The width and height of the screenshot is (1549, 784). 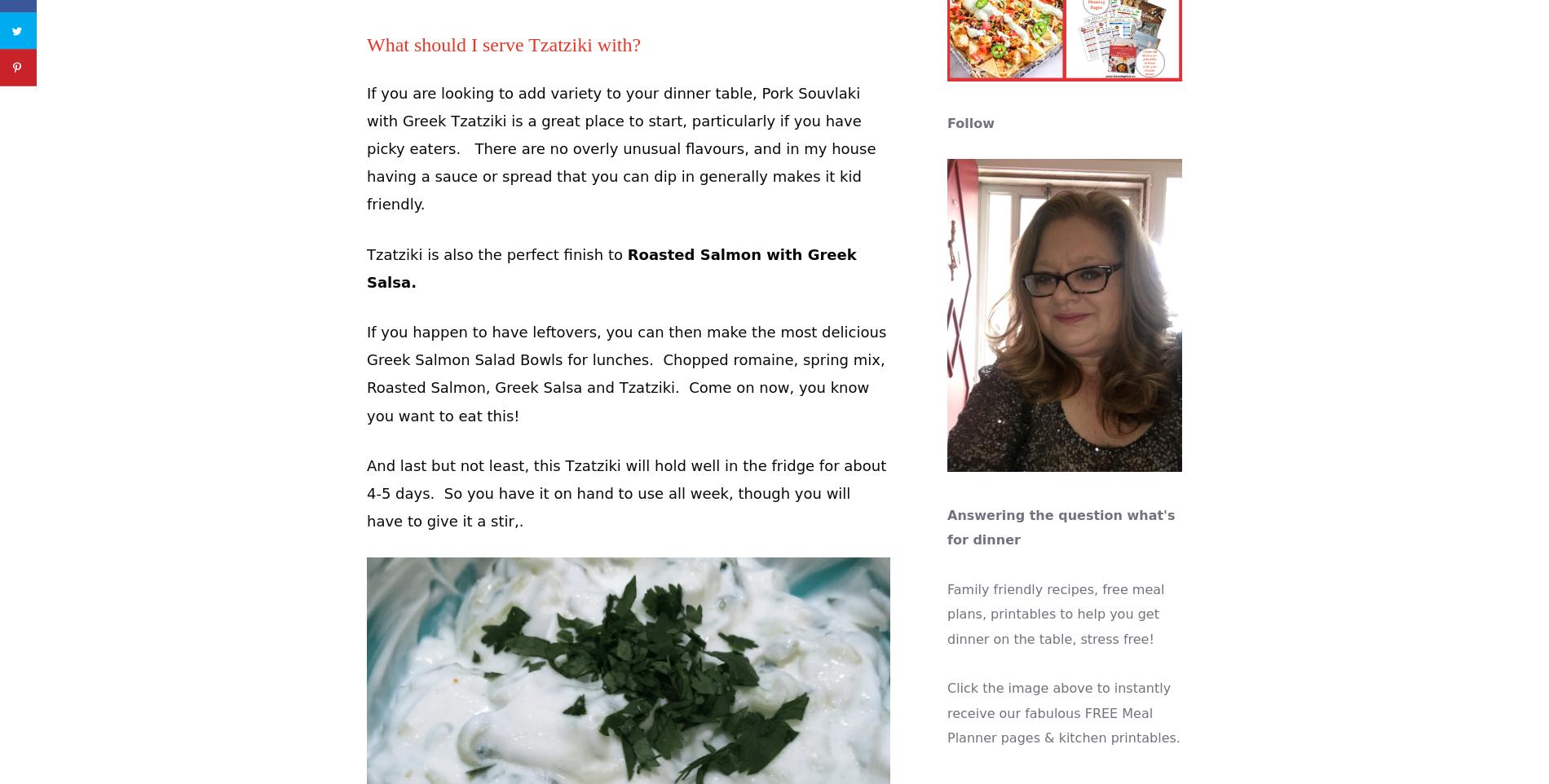 What do you see at coordinates (969, 122) in the screenshot?
I see `'Follow'` at bounding box center [969, 122].